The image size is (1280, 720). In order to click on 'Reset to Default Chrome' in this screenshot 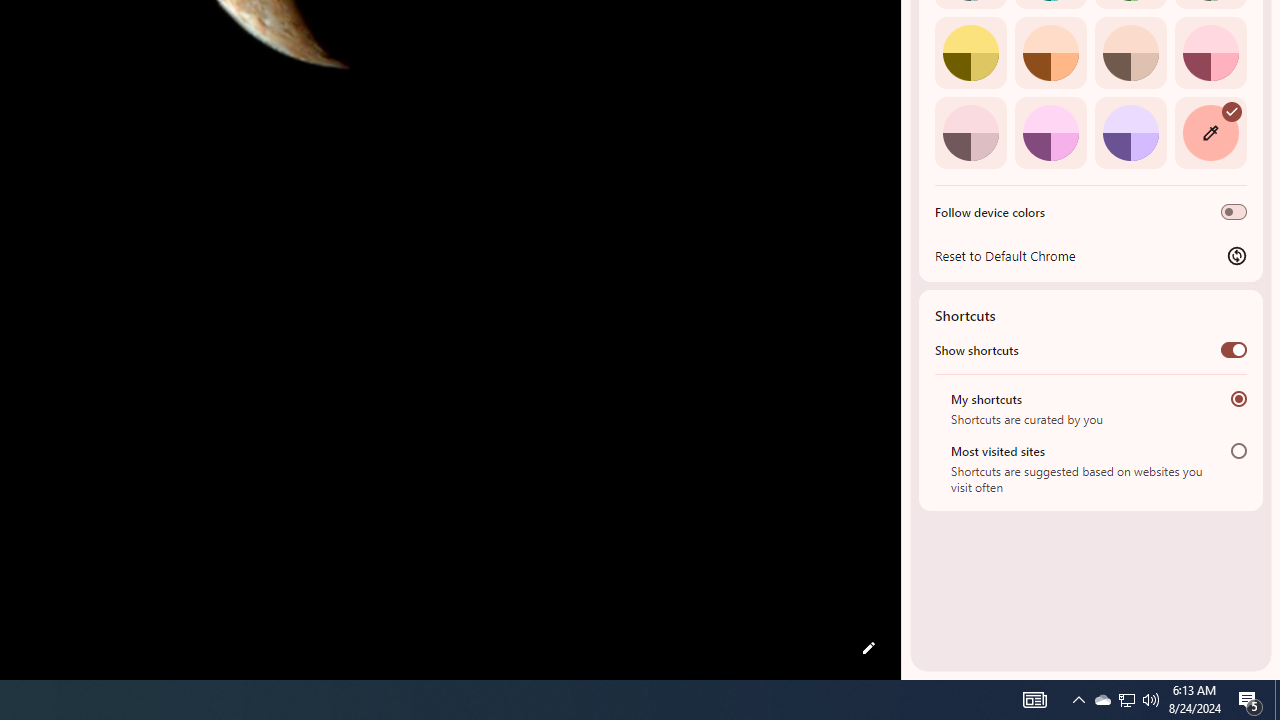, I will do `click(1090, 254)`.